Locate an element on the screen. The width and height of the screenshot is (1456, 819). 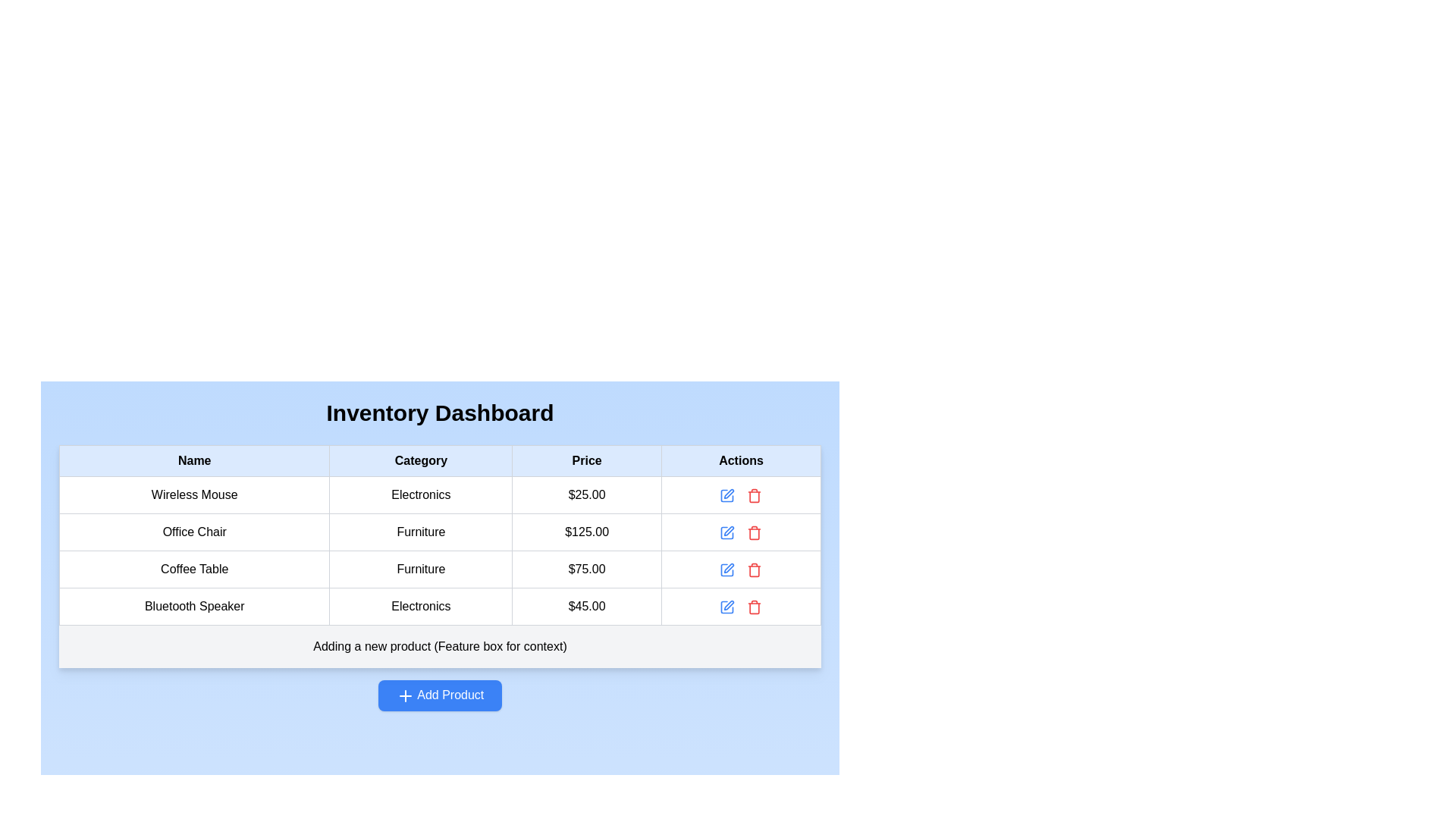
the blue pen-shaped icon button located in the 'Actions' column of the last row of the table is located at coordinates (726, 605).